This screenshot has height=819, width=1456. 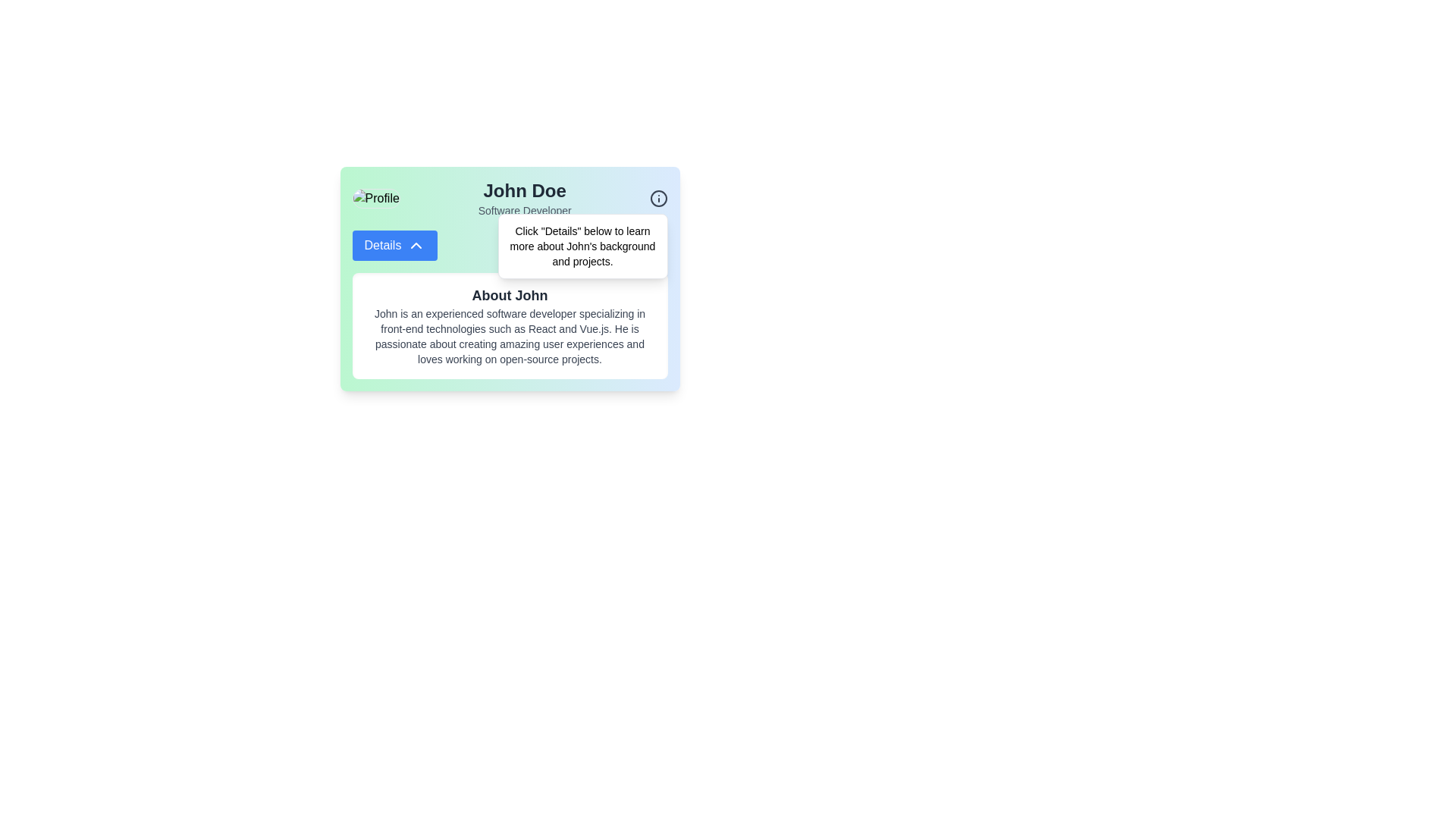 What do you see at coordinates (376, 198) in the screenshot?
I see `the Profile image located at the top-left of the card layout, to the left of the text 'John Doe' and 'Software Developer'` at bounding box center [376, 198].